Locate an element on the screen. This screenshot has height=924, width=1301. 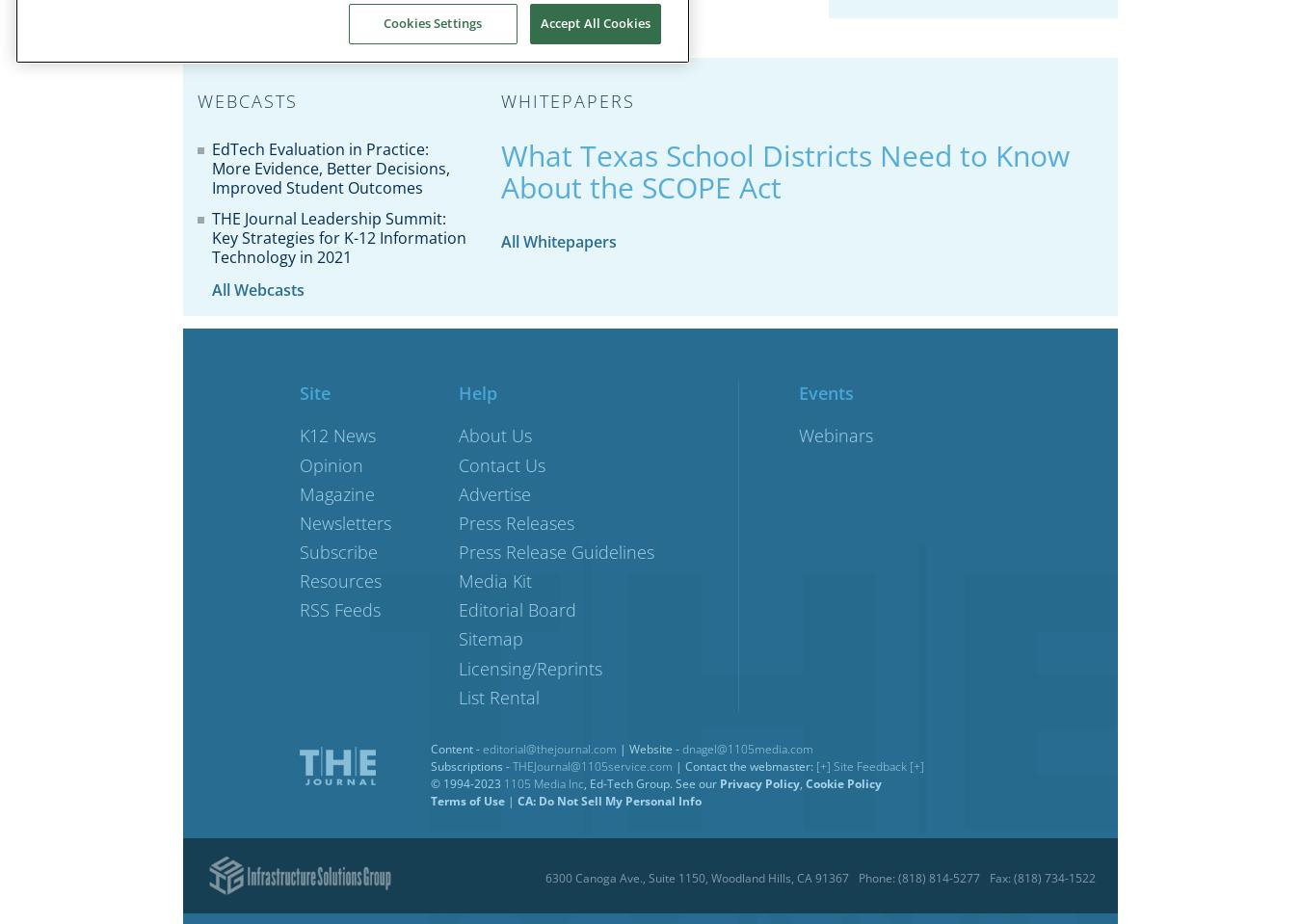
'Phone: (818) 814-5277' is located at coordinates (918, 877).